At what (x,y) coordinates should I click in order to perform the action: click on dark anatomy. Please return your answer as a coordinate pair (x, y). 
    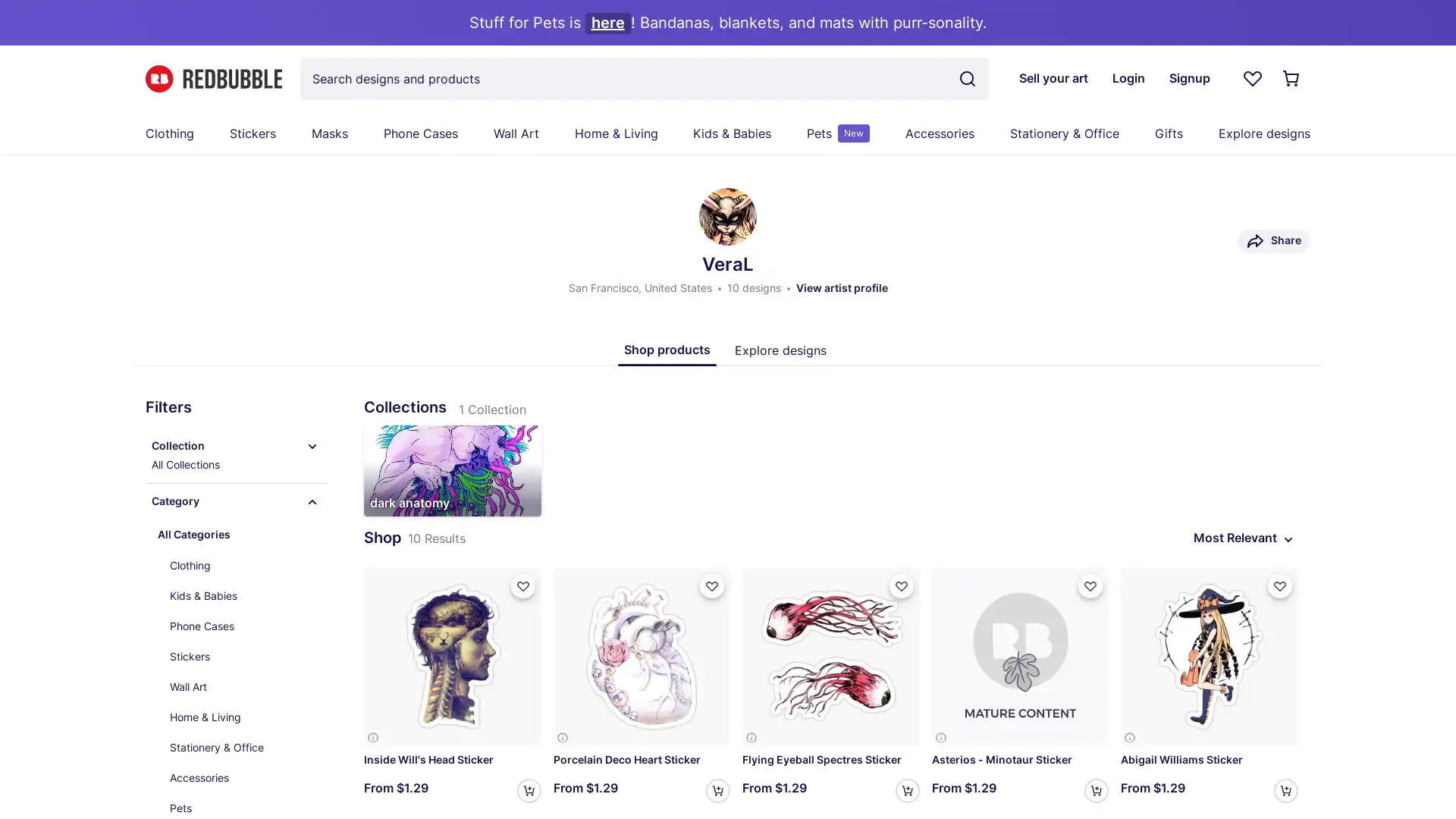
    Looking at the image, I should click on (451, 470).